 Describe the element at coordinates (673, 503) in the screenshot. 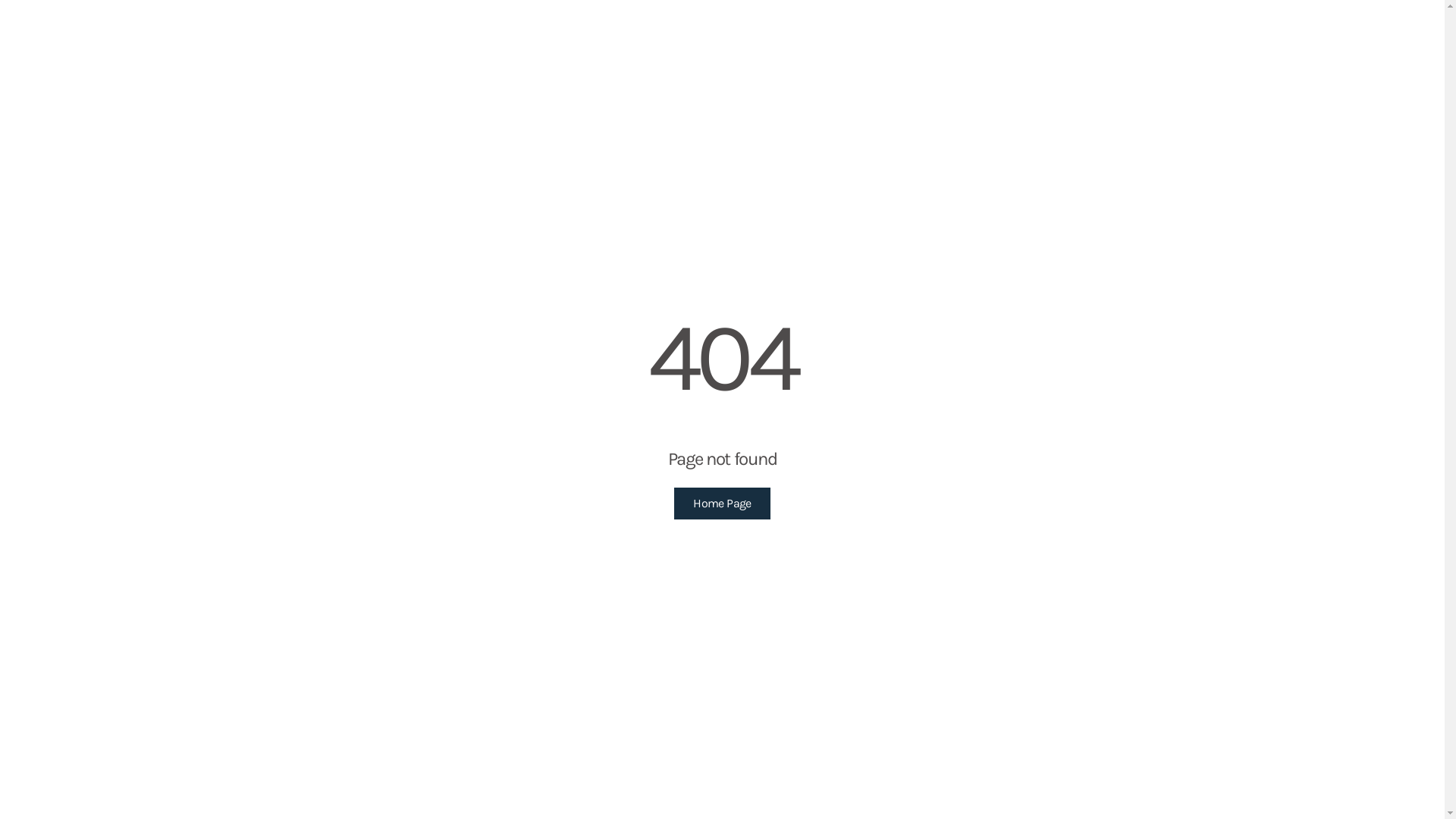

I see `'Home Page'` at that location.